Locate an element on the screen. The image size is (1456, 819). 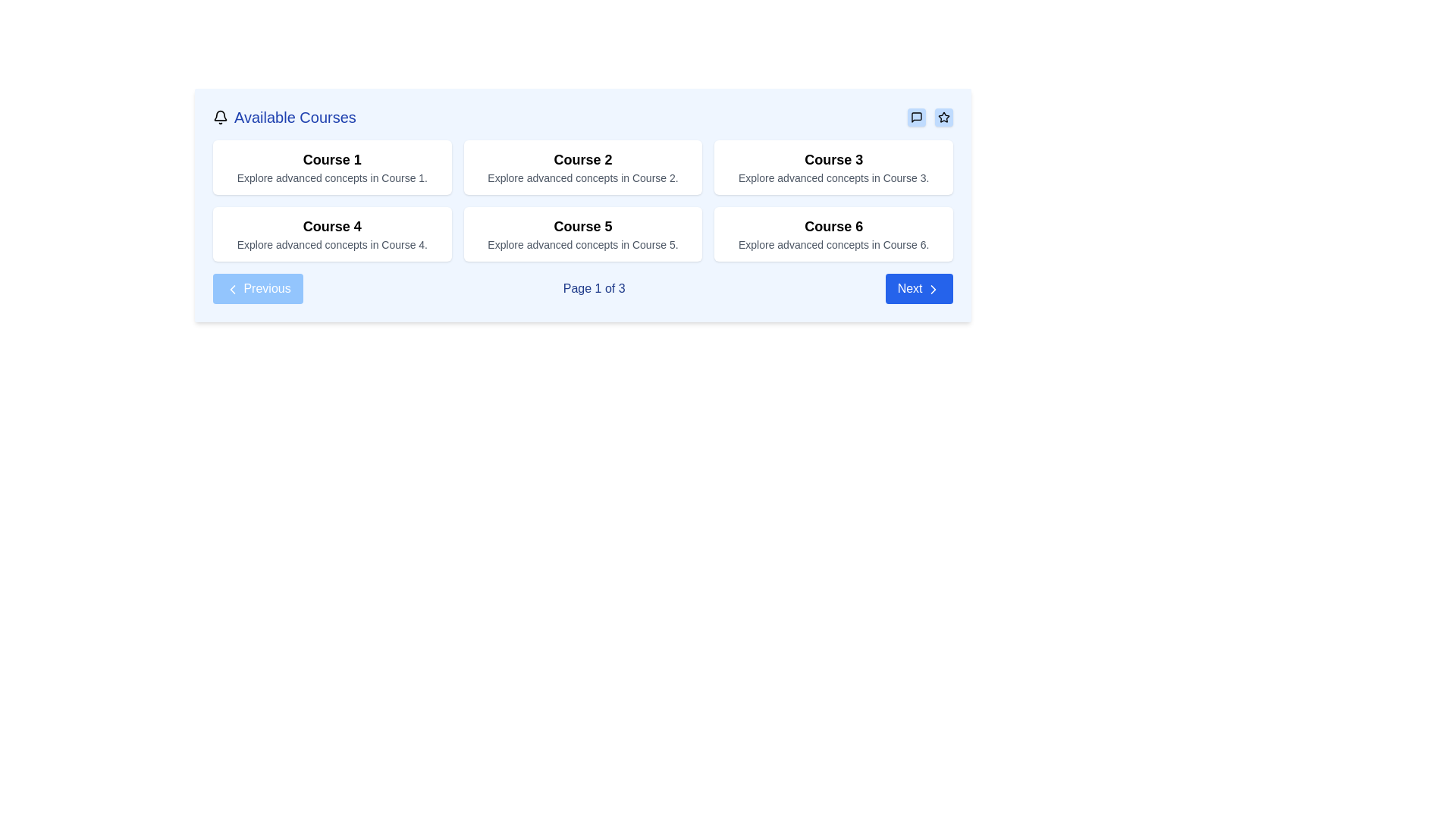
the text label displaying 'Course 1', which is a prominent header in bold font located at the top of the first card in the grid layout is located at coordinates (331, 160).